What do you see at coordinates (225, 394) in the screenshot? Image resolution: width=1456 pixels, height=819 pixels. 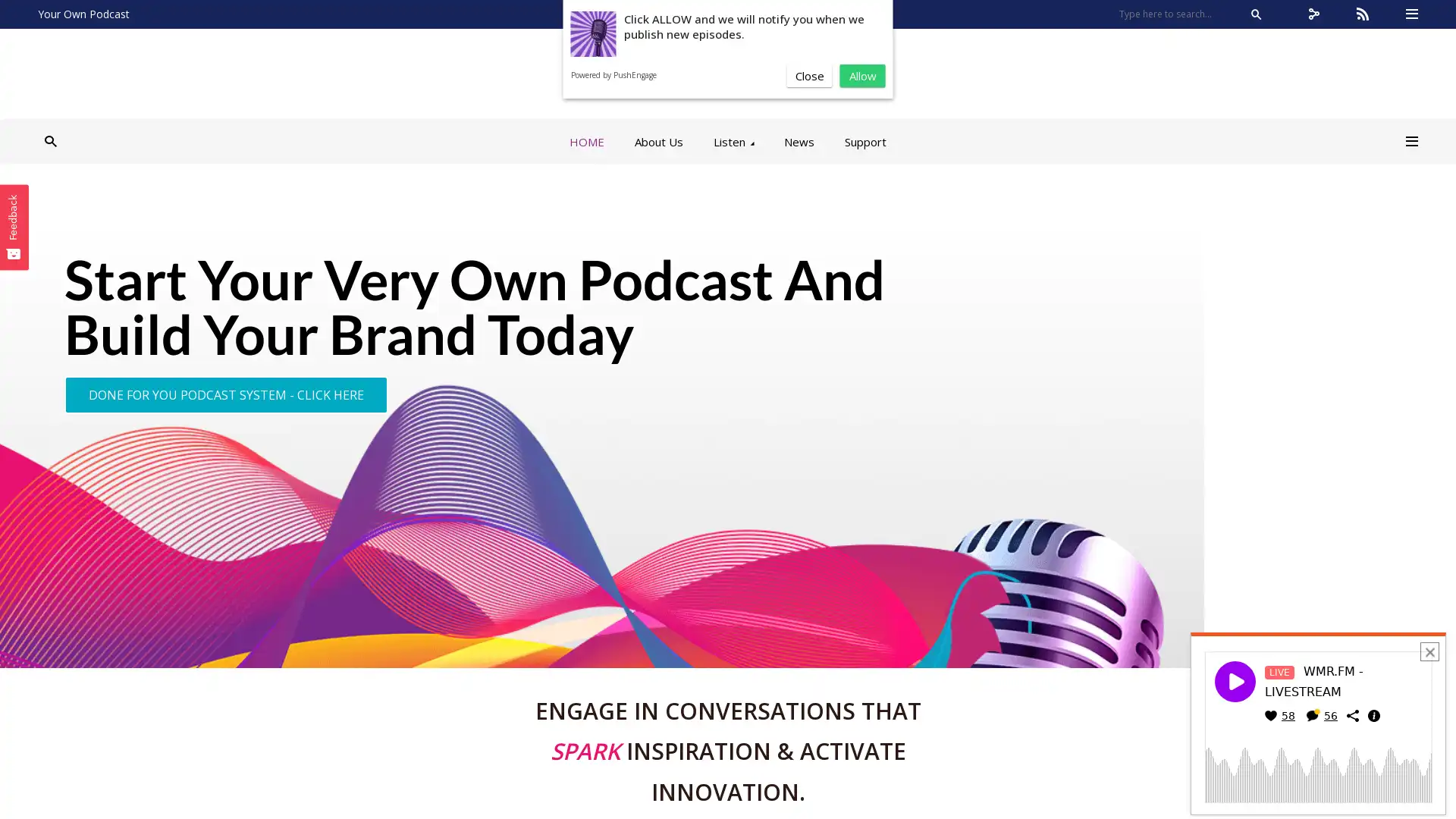 I see `DONE FOR YOU PODCAST SYSTEM - CLICK HERE` at bounding box center [225, 394].